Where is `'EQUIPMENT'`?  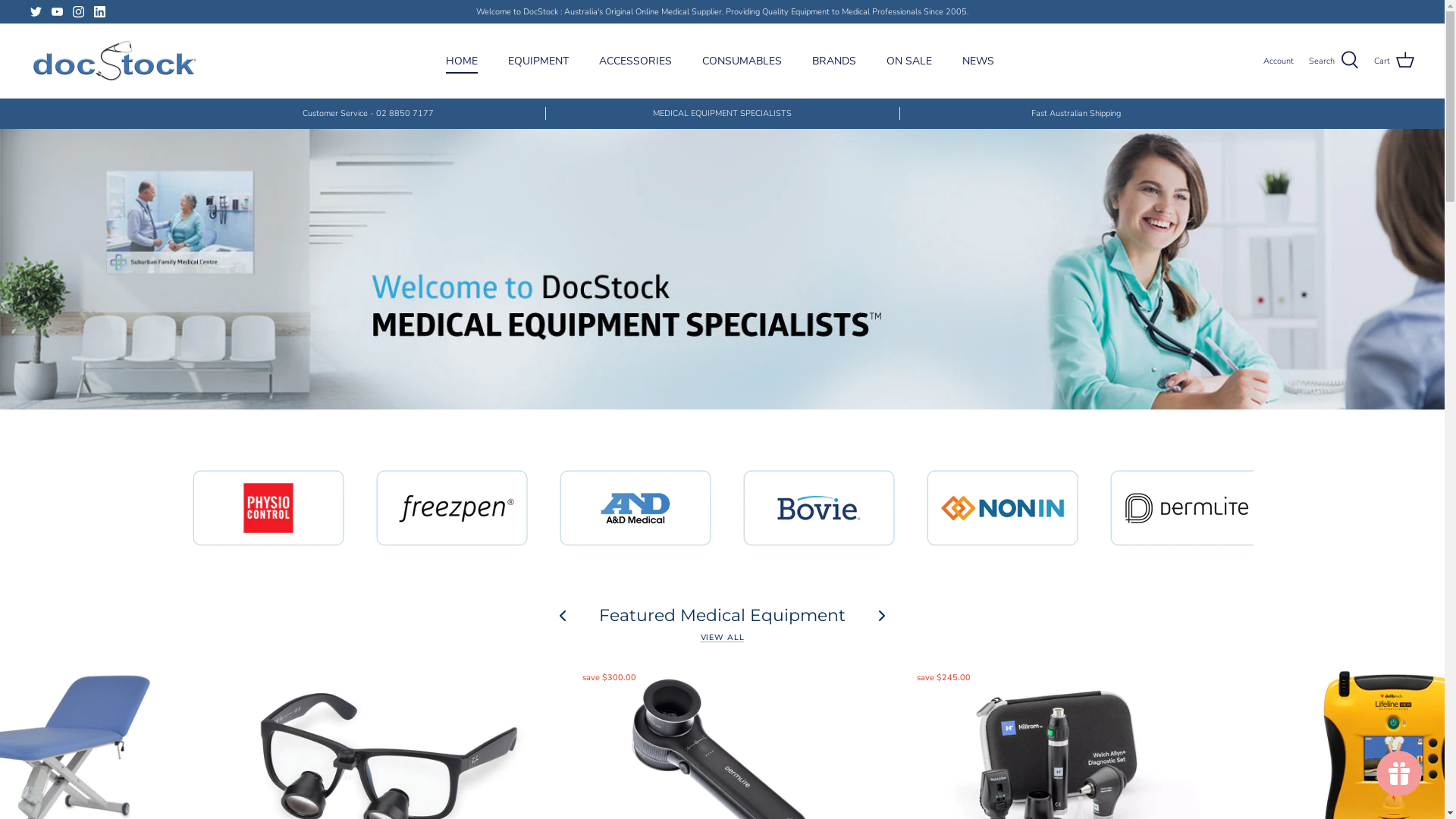
'EQUIPMENT' is located at coordinates (538, 60).